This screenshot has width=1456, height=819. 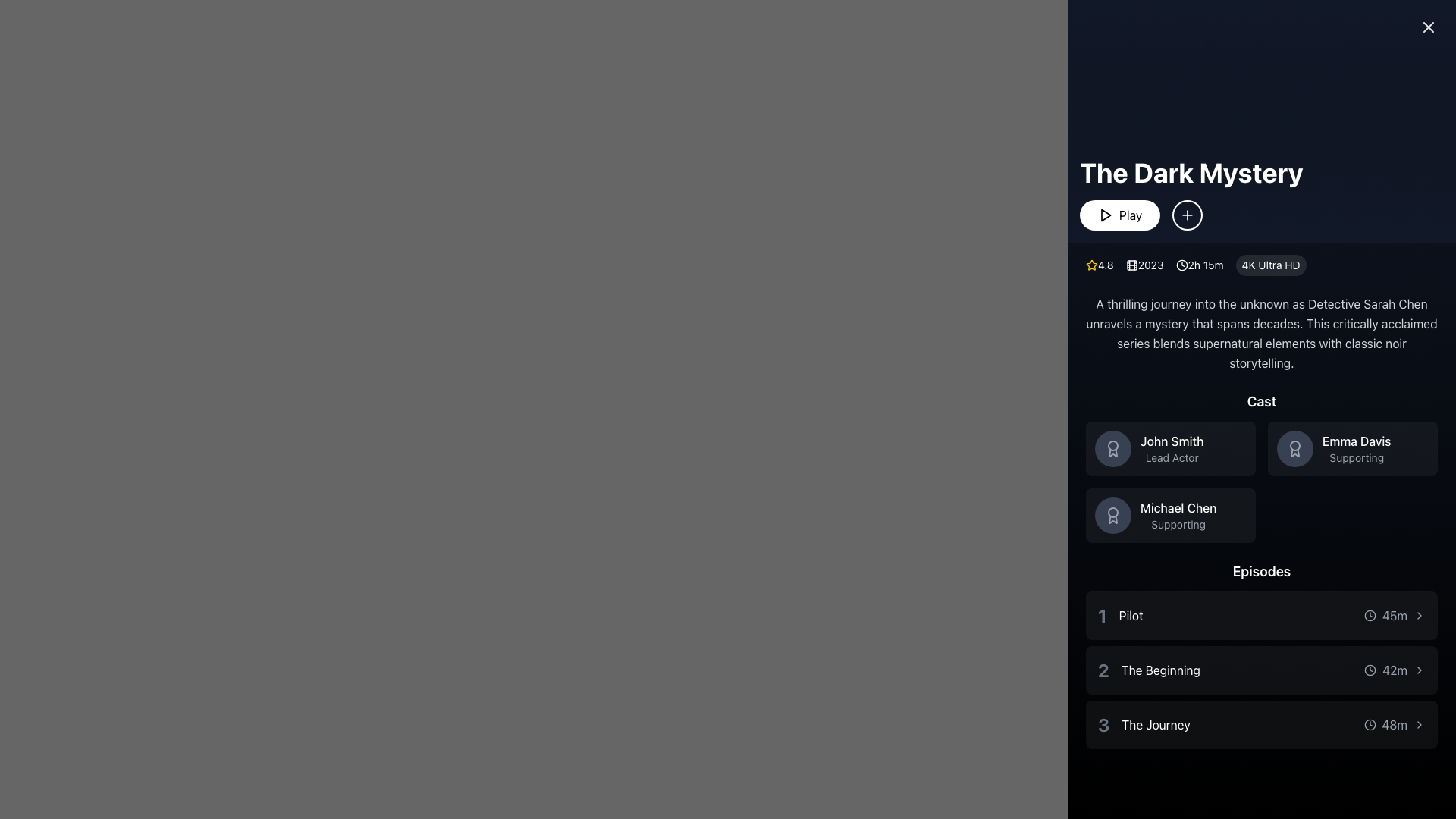 What do you see at coordinates (1092, 264) in the screenshot?
I see `the star-shaped icon component, styled to represent a rating in the UI, for rating information` at bounding box center [1092, 264].